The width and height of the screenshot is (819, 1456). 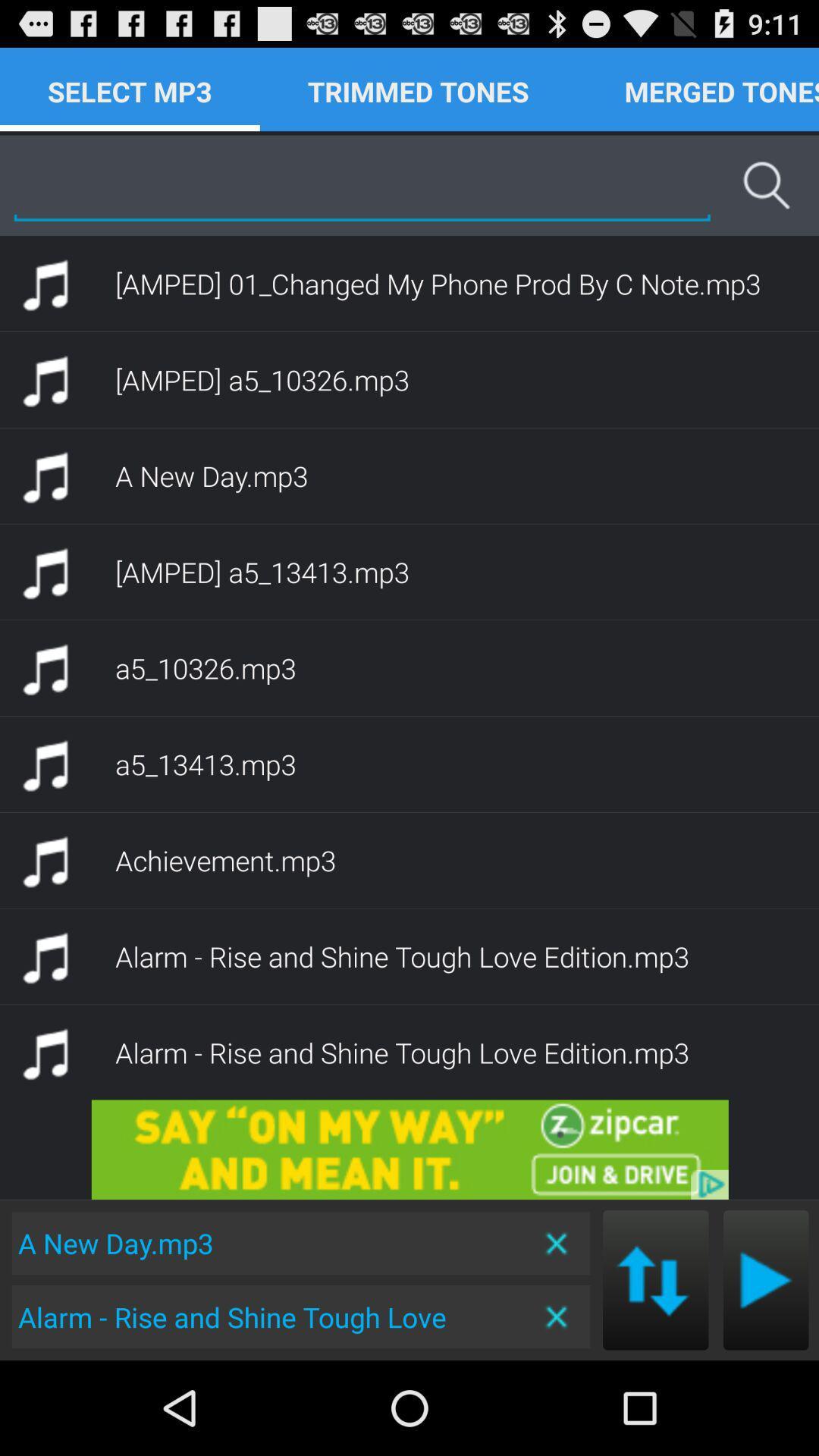 What do you see at coordinates (557, 1243) in the screenshot?
I see `close` at bounding box center [557, 1243].